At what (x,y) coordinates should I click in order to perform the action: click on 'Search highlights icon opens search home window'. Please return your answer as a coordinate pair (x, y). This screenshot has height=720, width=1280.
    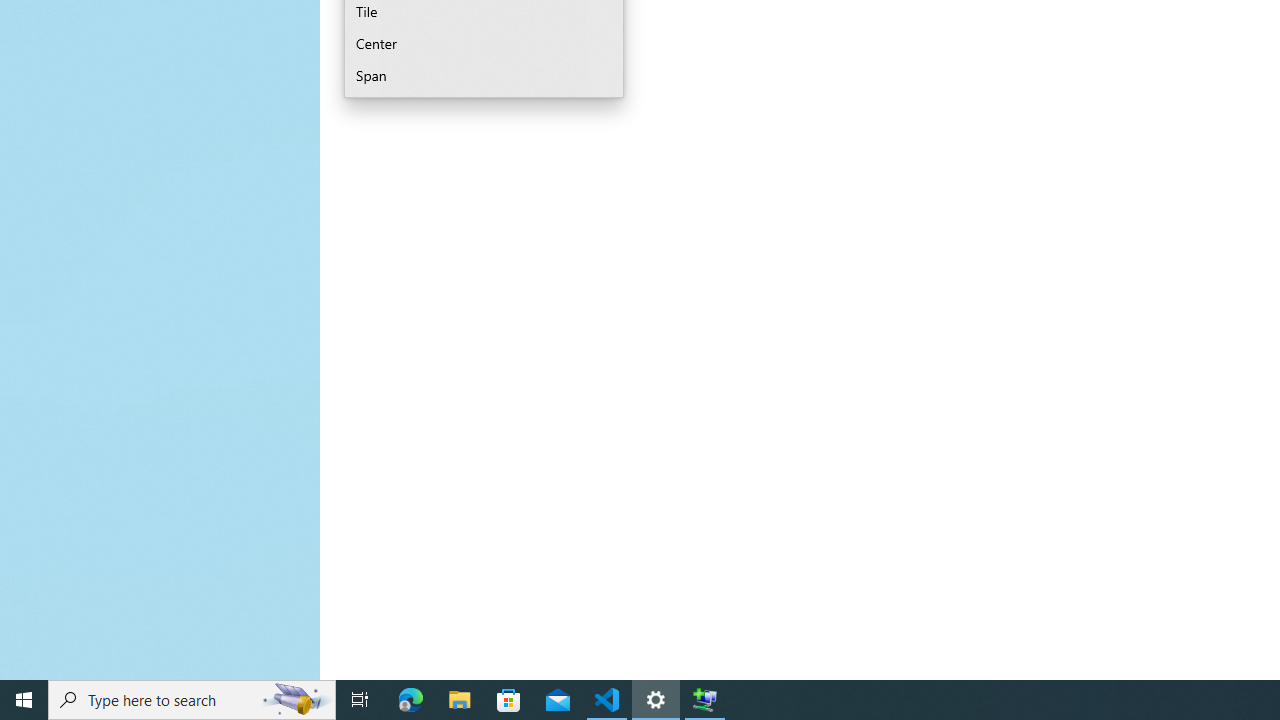
    Looking at the image, I should click on (294, 698).